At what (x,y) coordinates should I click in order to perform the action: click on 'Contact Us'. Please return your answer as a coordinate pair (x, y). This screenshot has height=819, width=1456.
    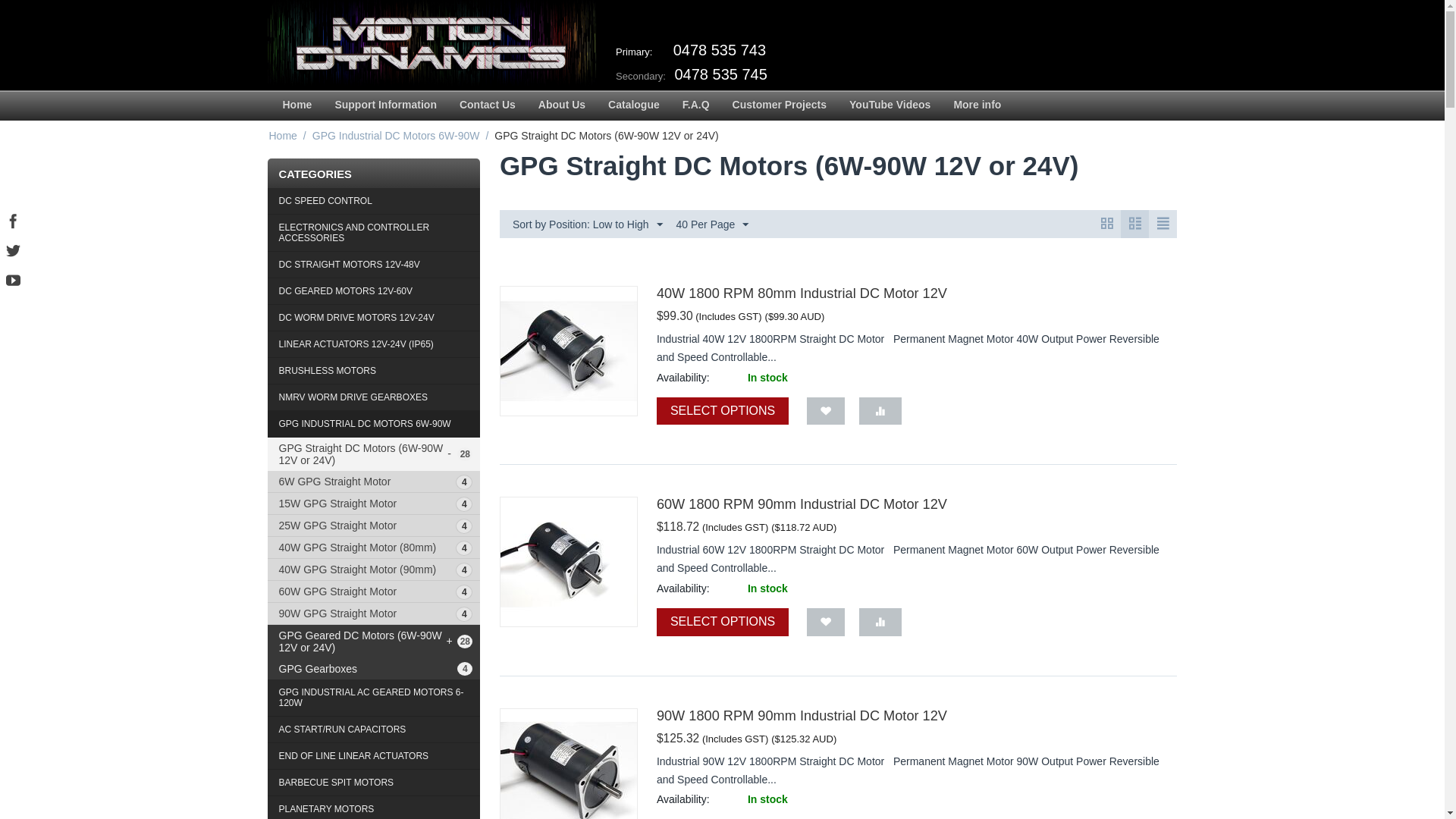
    Looking at the image, I should click on (447, 105).